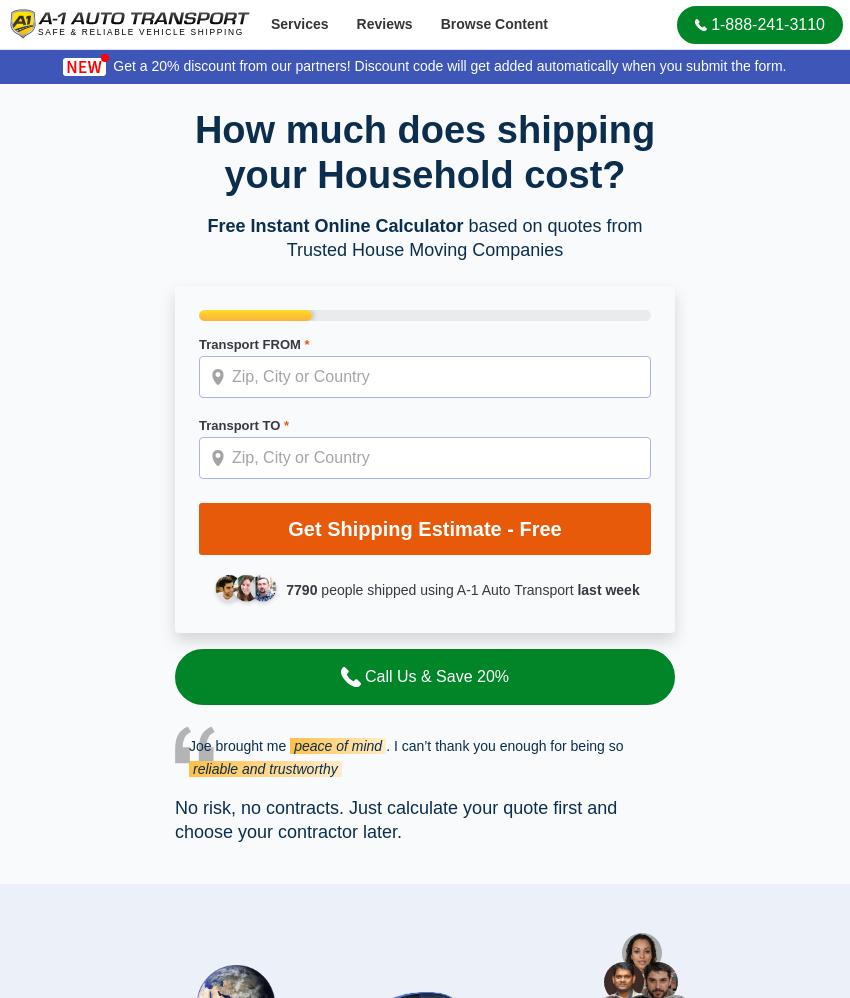  Describe the element at coordinates (766, 23) in the screenshot. I see `'1-888-241-3110'` at that location.